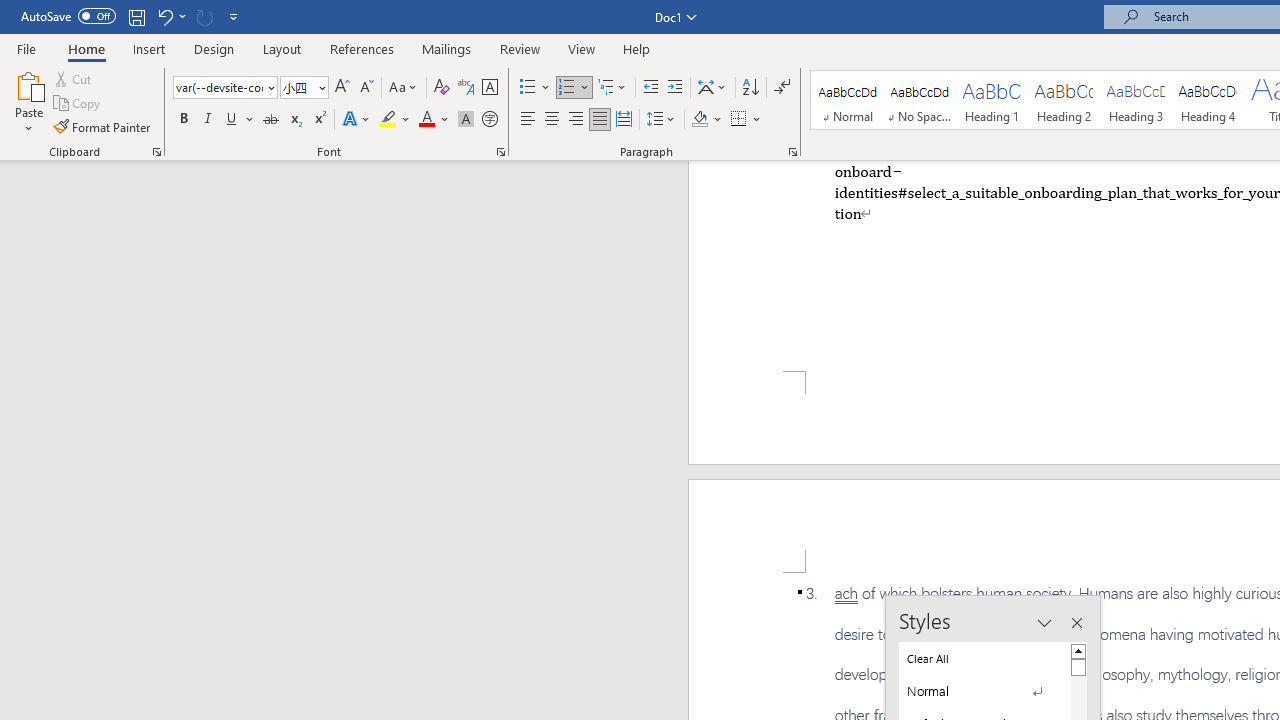 Image resolution: width=1280 pixels, height=720 pixels. I want to click on 'Grow Font', so click(342, 86).